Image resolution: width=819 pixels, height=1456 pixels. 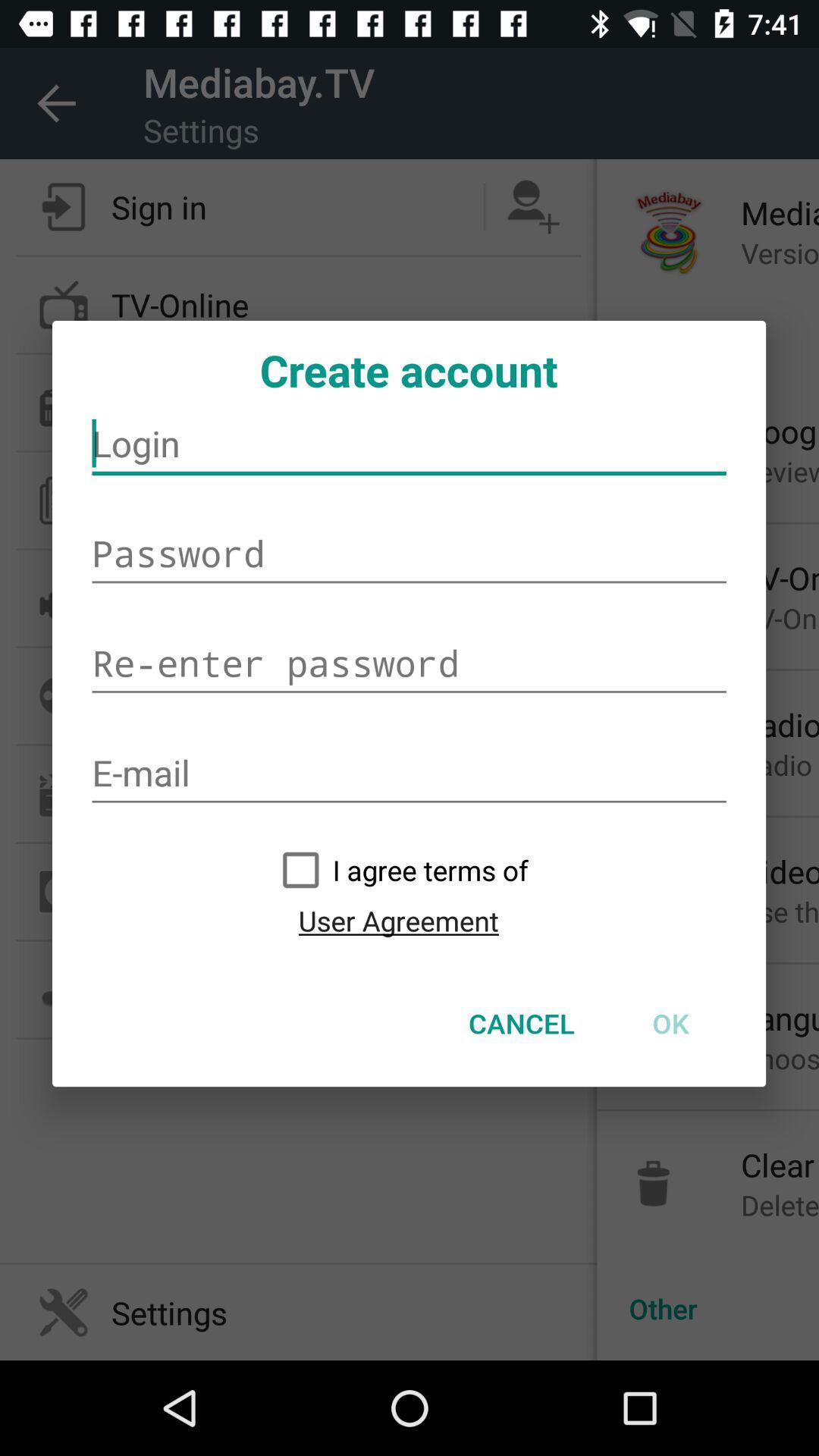 I want to click on icon above the cancel item, so click(x=397, y=920).